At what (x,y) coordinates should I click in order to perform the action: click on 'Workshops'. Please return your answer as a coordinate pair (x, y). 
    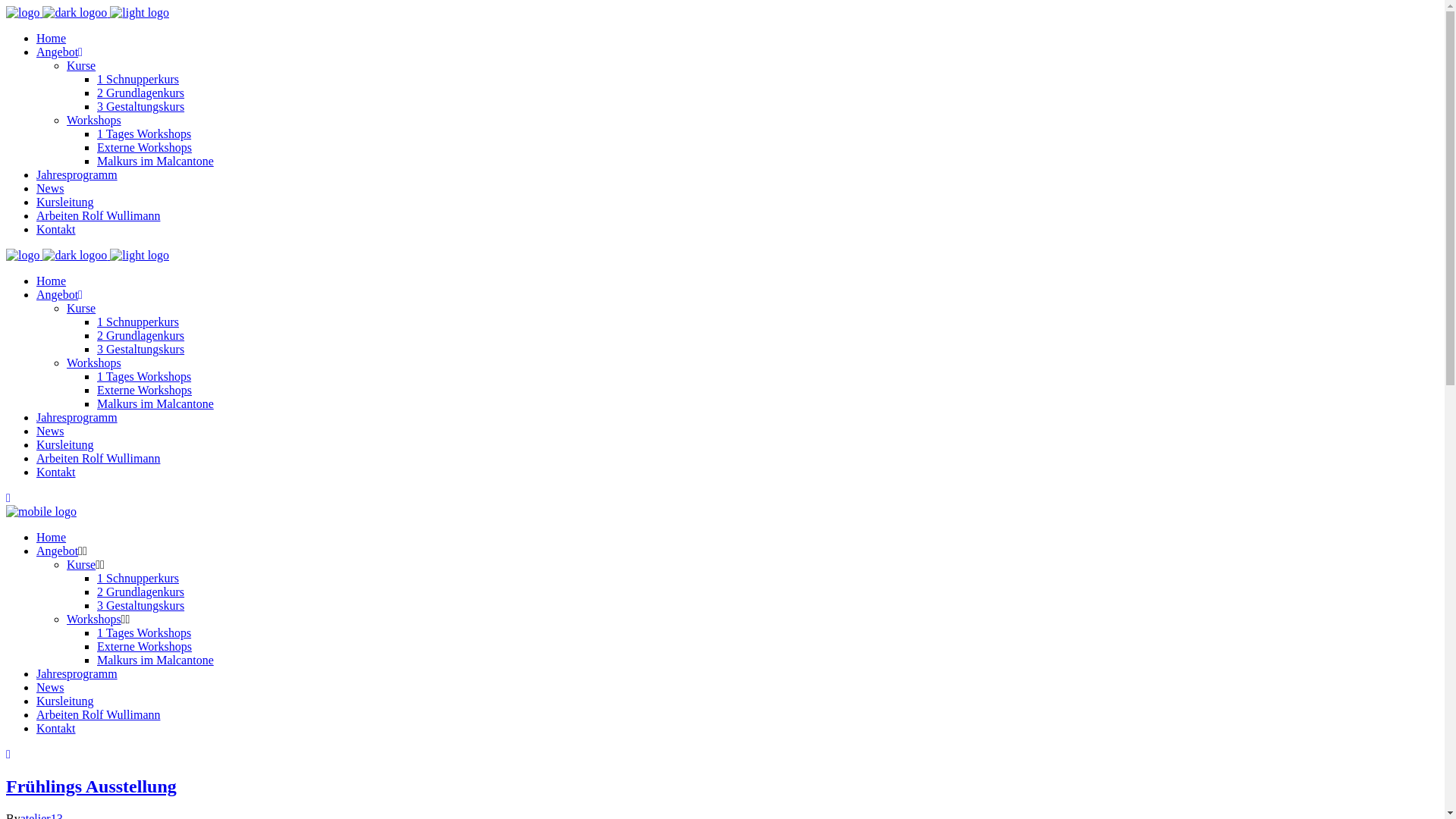
    Looking at the image, I should click on (65, 619).